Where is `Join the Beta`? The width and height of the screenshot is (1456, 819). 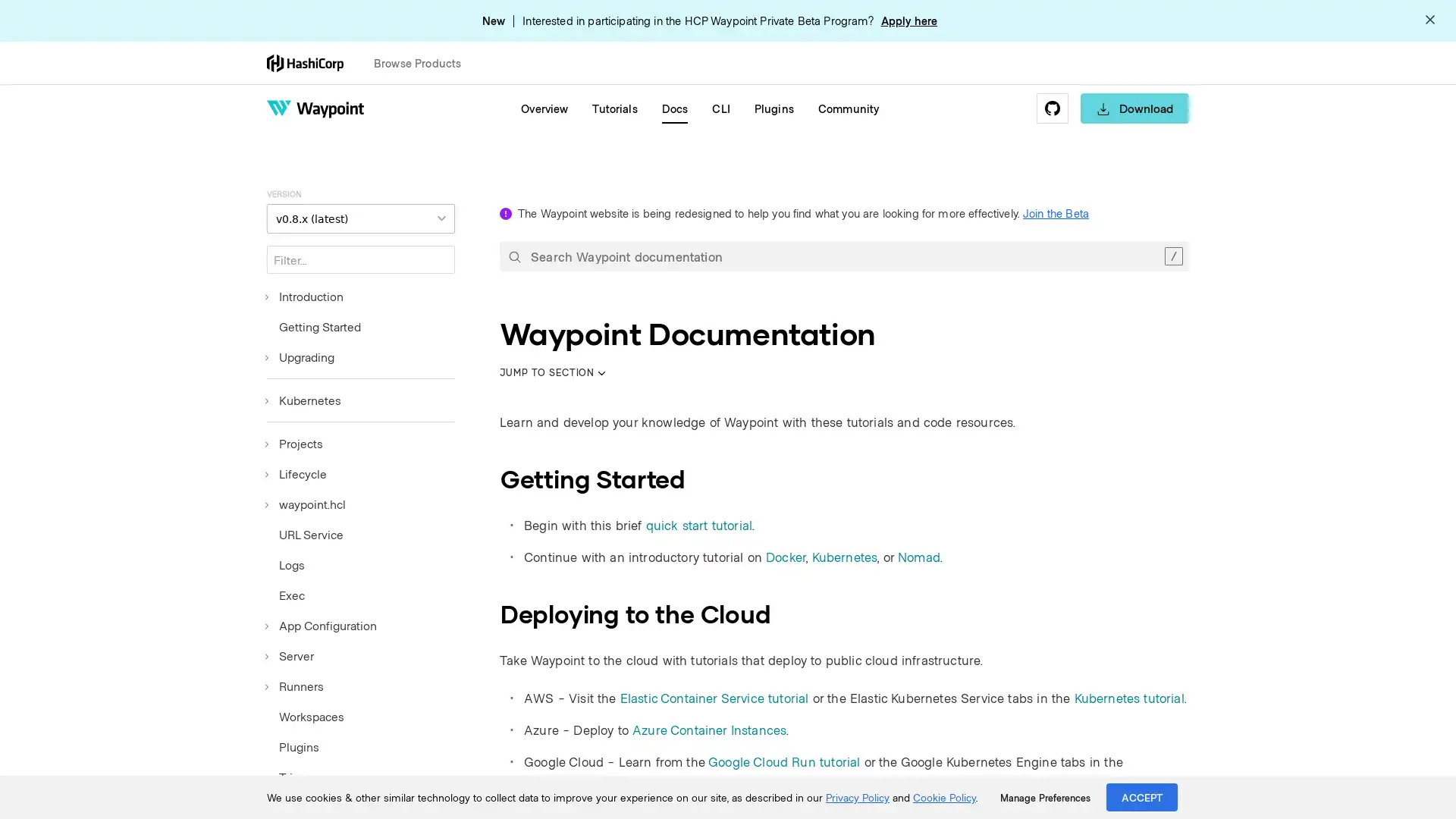 Join the Beta is located at coordinates (1055, 213).